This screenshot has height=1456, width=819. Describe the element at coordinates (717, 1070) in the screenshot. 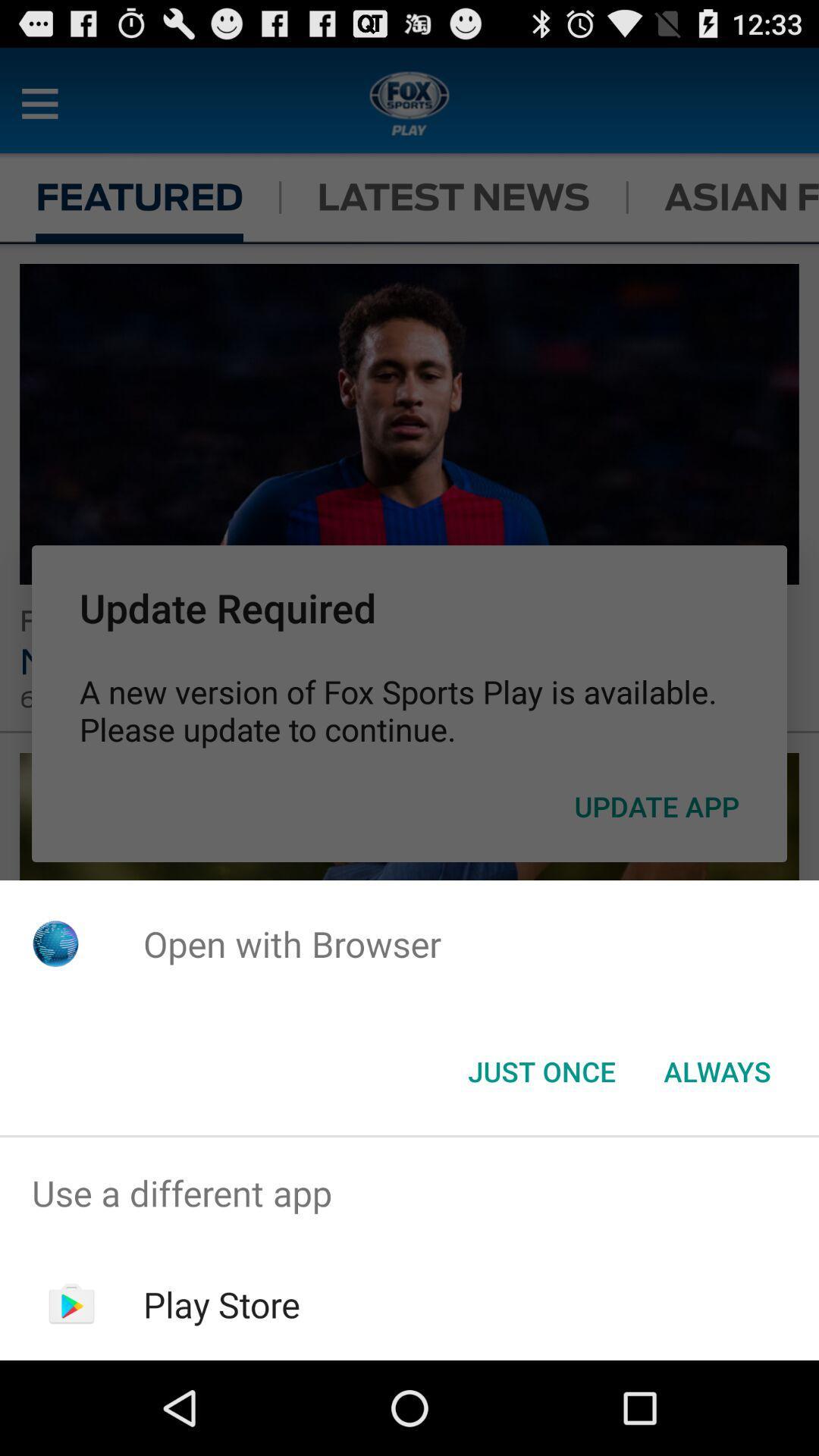

I see `icon to the right of just once` at that location.